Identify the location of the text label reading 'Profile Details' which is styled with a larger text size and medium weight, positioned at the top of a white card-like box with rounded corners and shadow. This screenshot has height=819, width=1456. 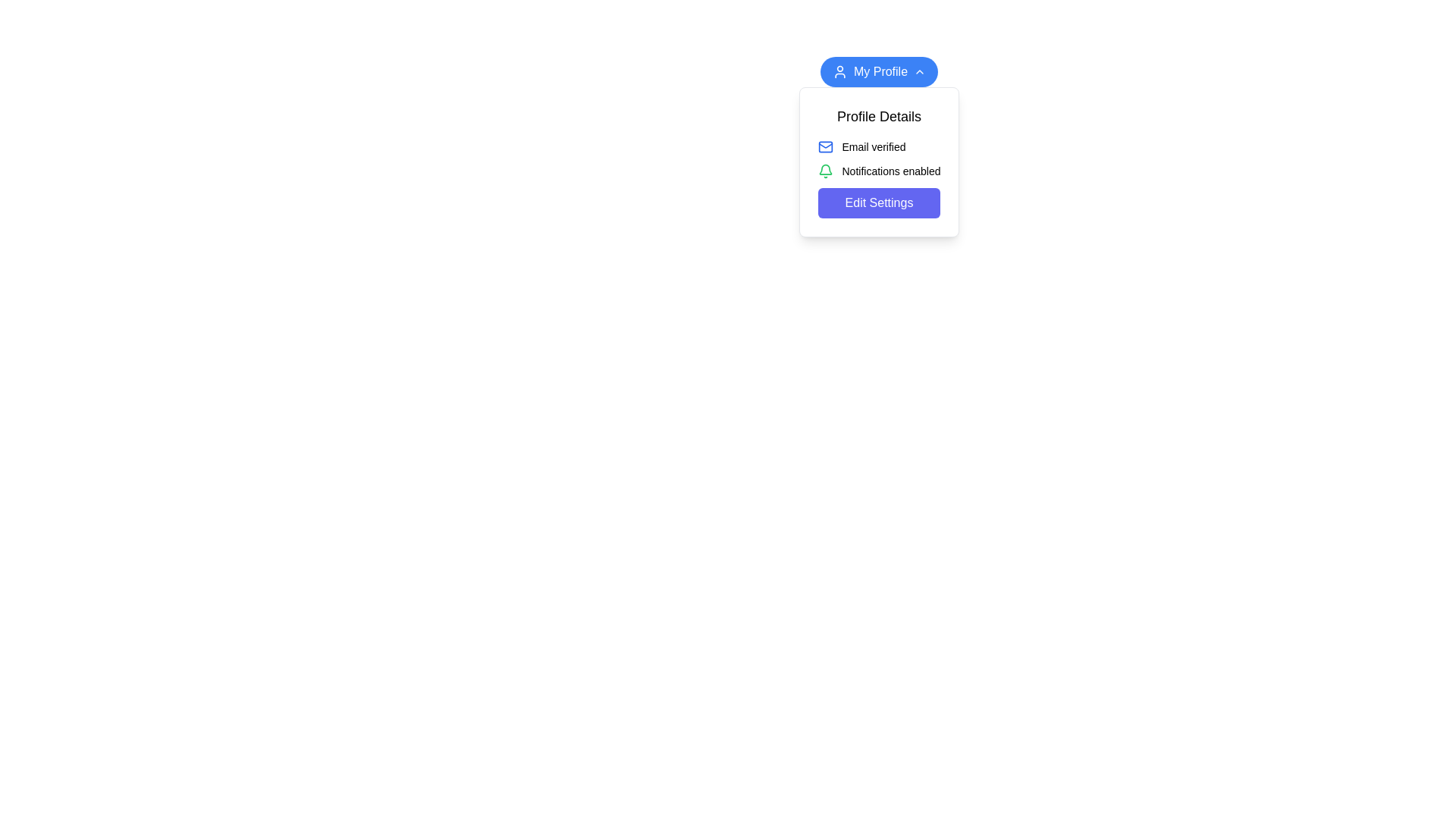
(879, 116).